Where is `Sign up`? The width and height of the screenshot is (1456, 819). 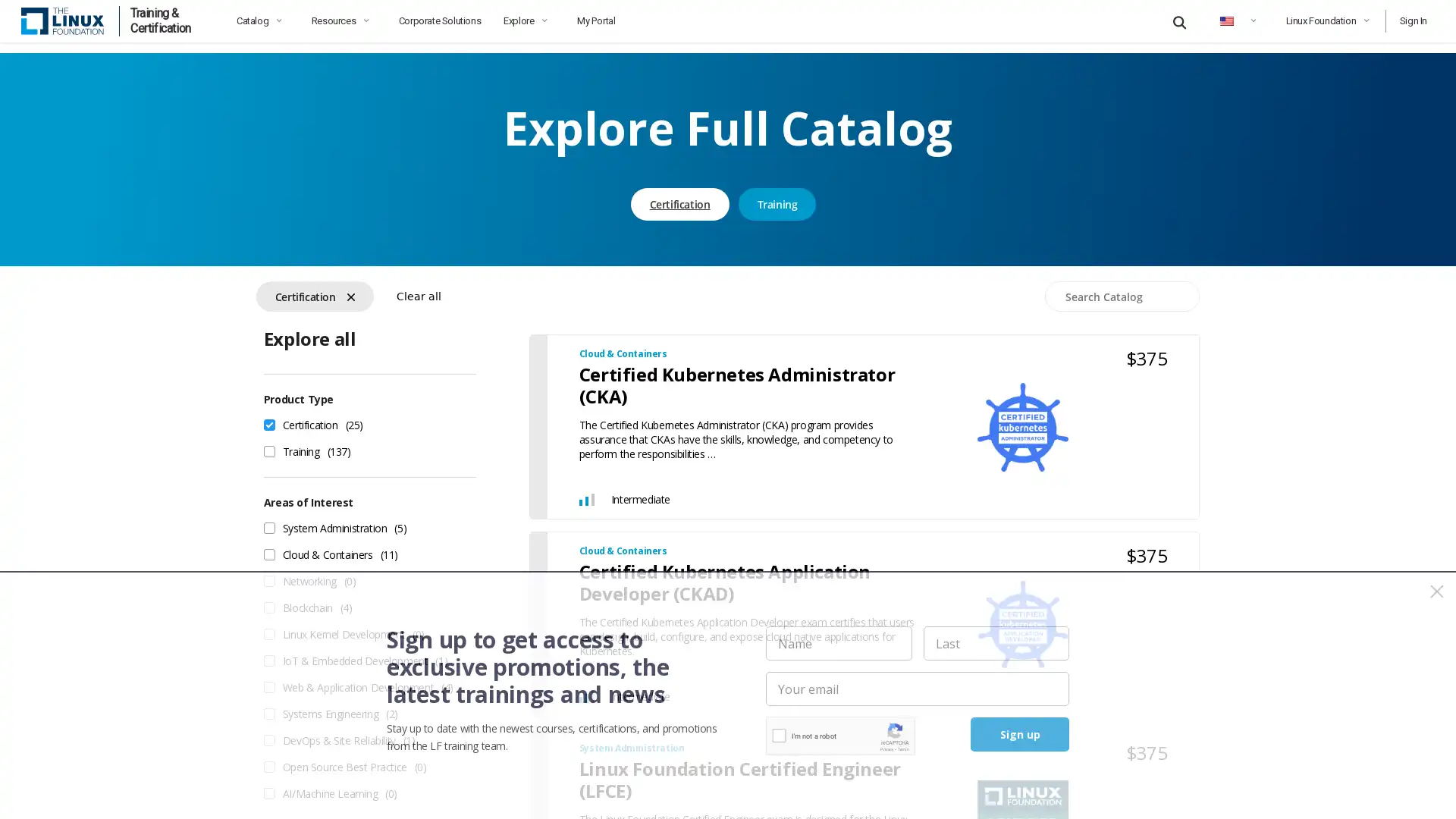
Sign up is located at coordinates (1019, 733).